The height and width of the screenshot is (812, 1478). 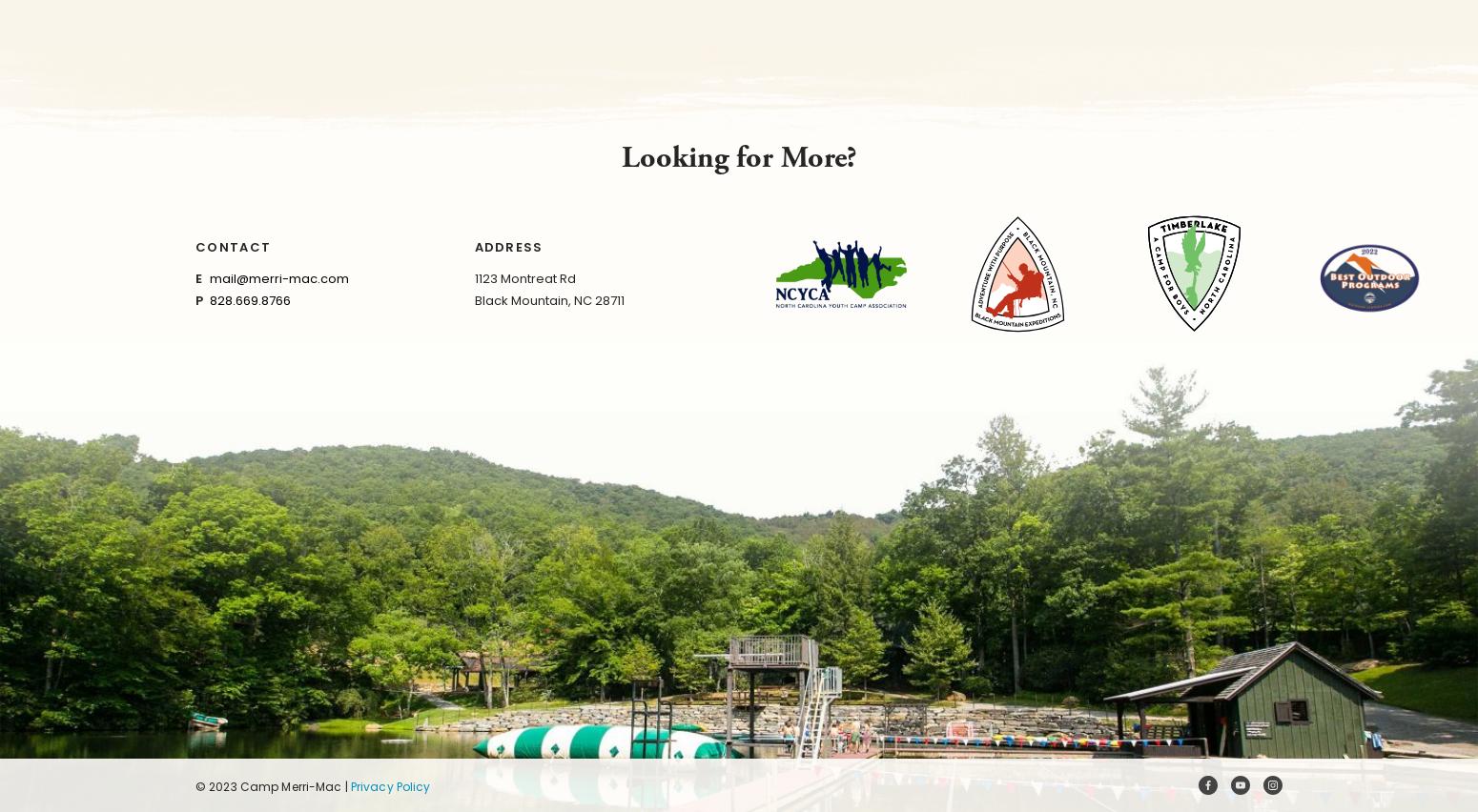 I want to click on 'Address', so click(x=507, y=247).